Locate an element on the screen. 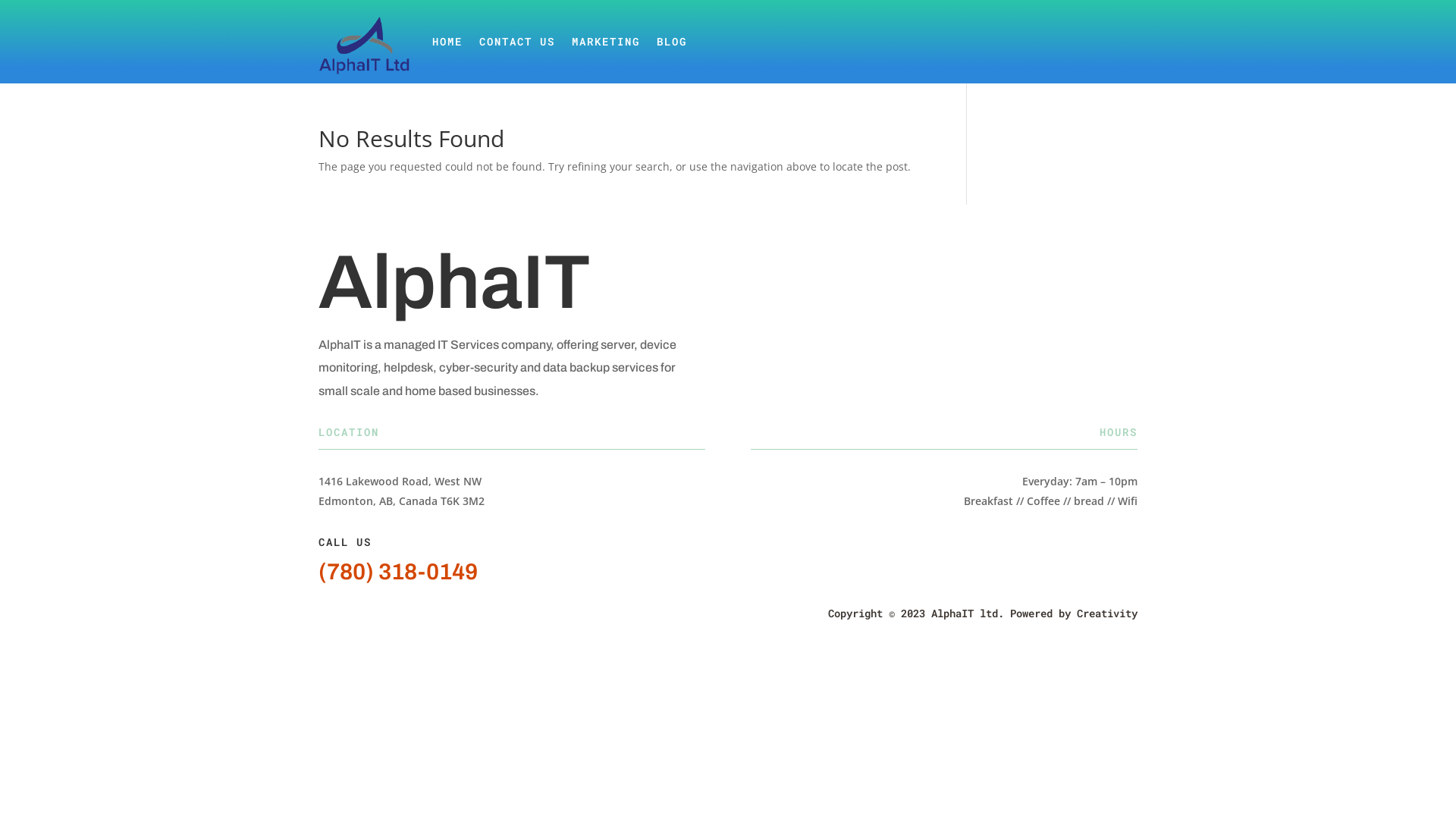 This screenshot has height=819, width=1456. 'MARKETING' is located at coordinates (604, 40).